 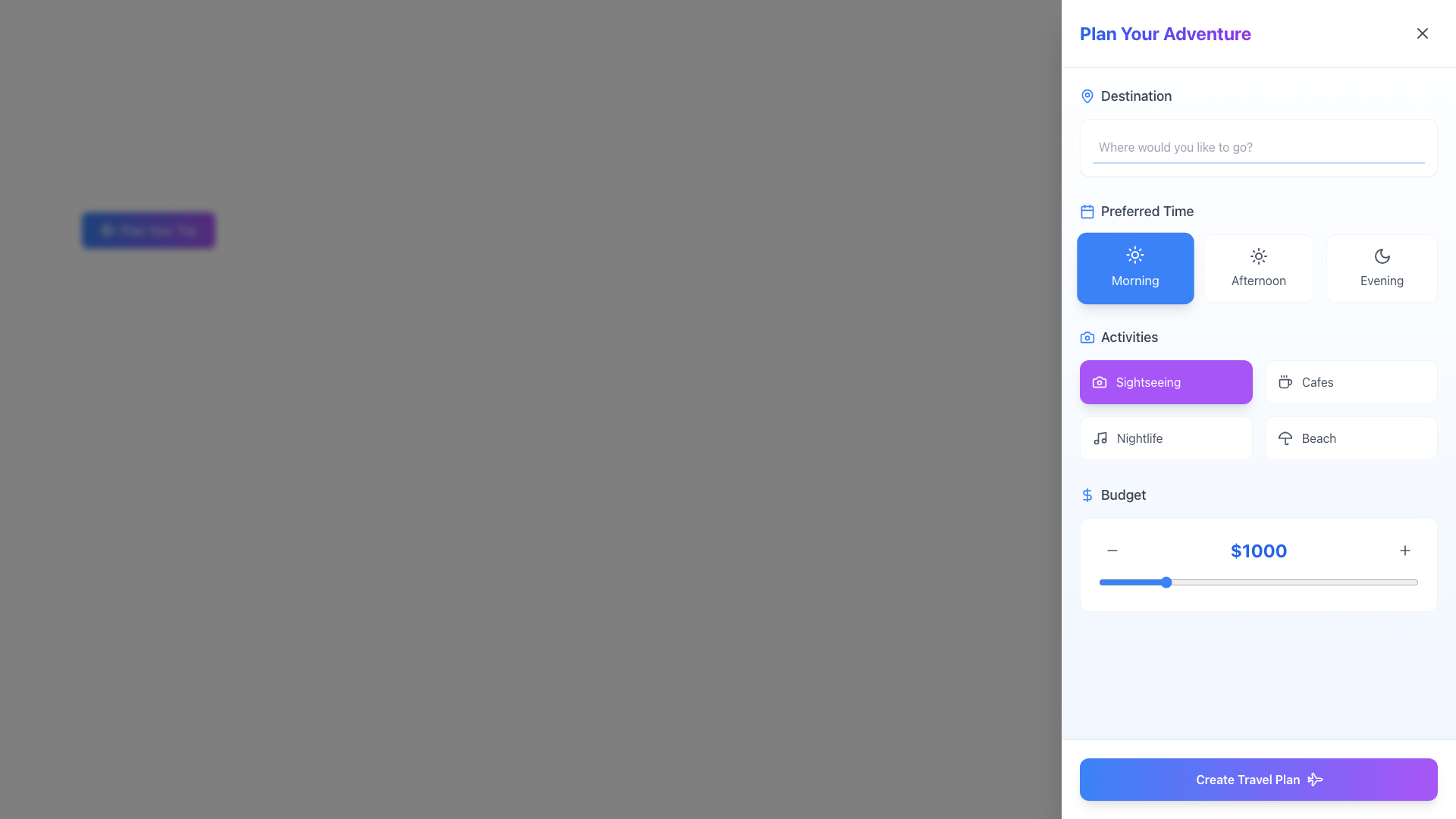 What do you see at coordinates (1087, 96) in the screenshot?
I see `the destination icon located to the left of the 'Destination' label in the header section` at bounding box center [1087, 96].